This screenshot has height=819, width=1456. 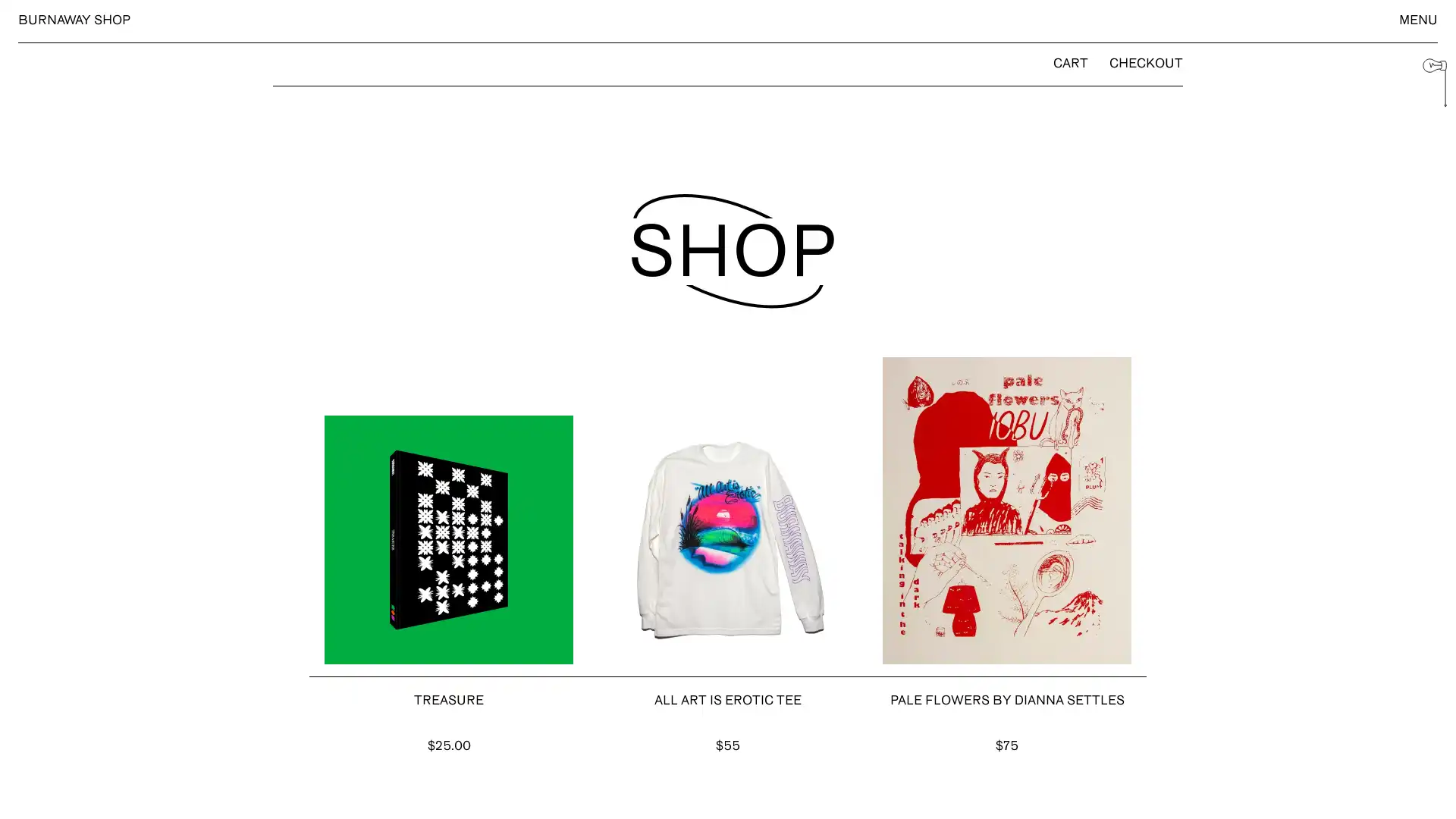 I want to click on MENU, so click(x=1417, y=20).